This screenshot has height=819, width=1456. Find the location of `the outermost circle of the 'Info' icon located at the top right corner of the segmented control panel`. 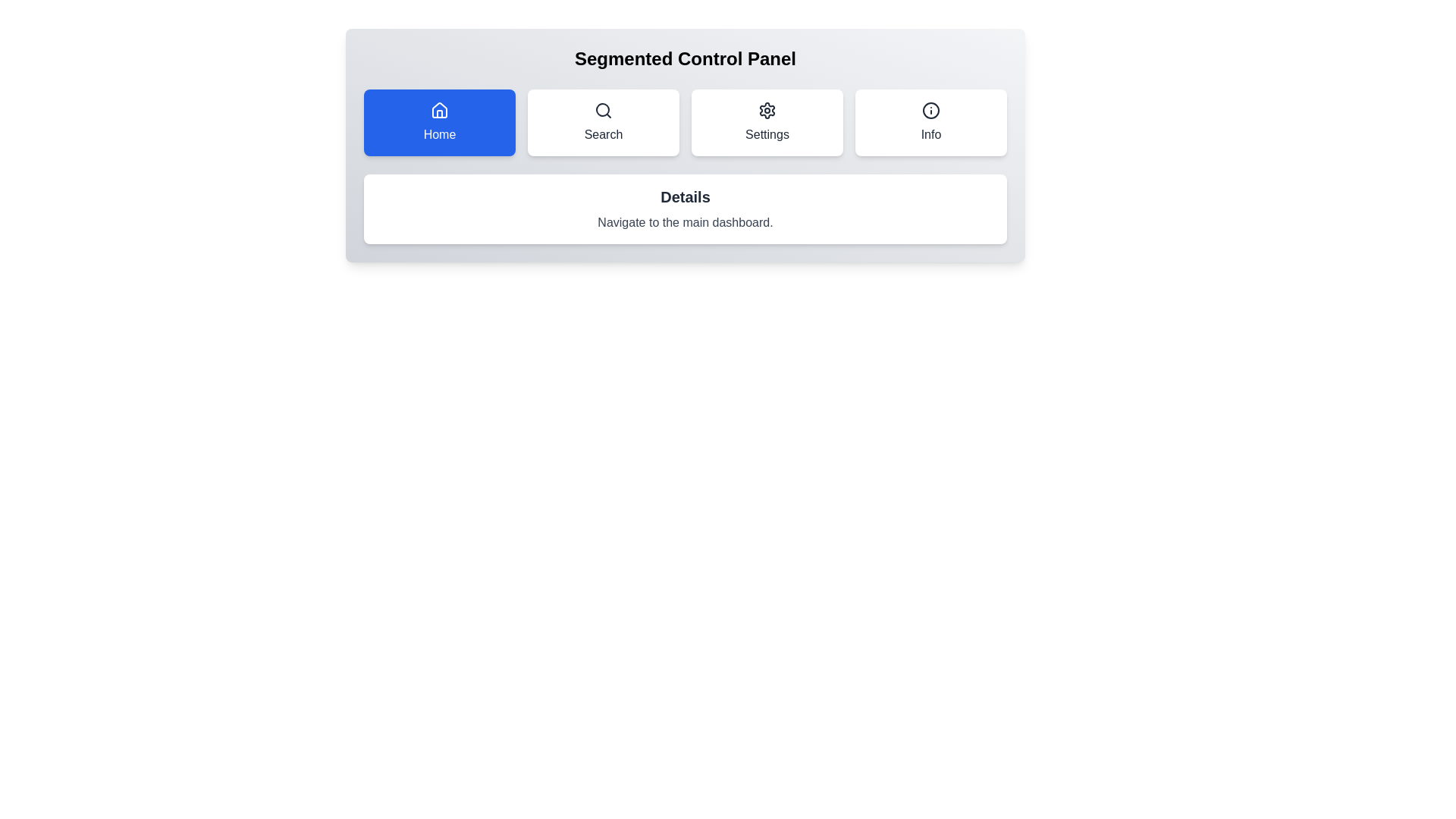

the outermost circle of the 'Info' icon located at the top right corner of the segmented control panel is located at coordinates (930, 110).